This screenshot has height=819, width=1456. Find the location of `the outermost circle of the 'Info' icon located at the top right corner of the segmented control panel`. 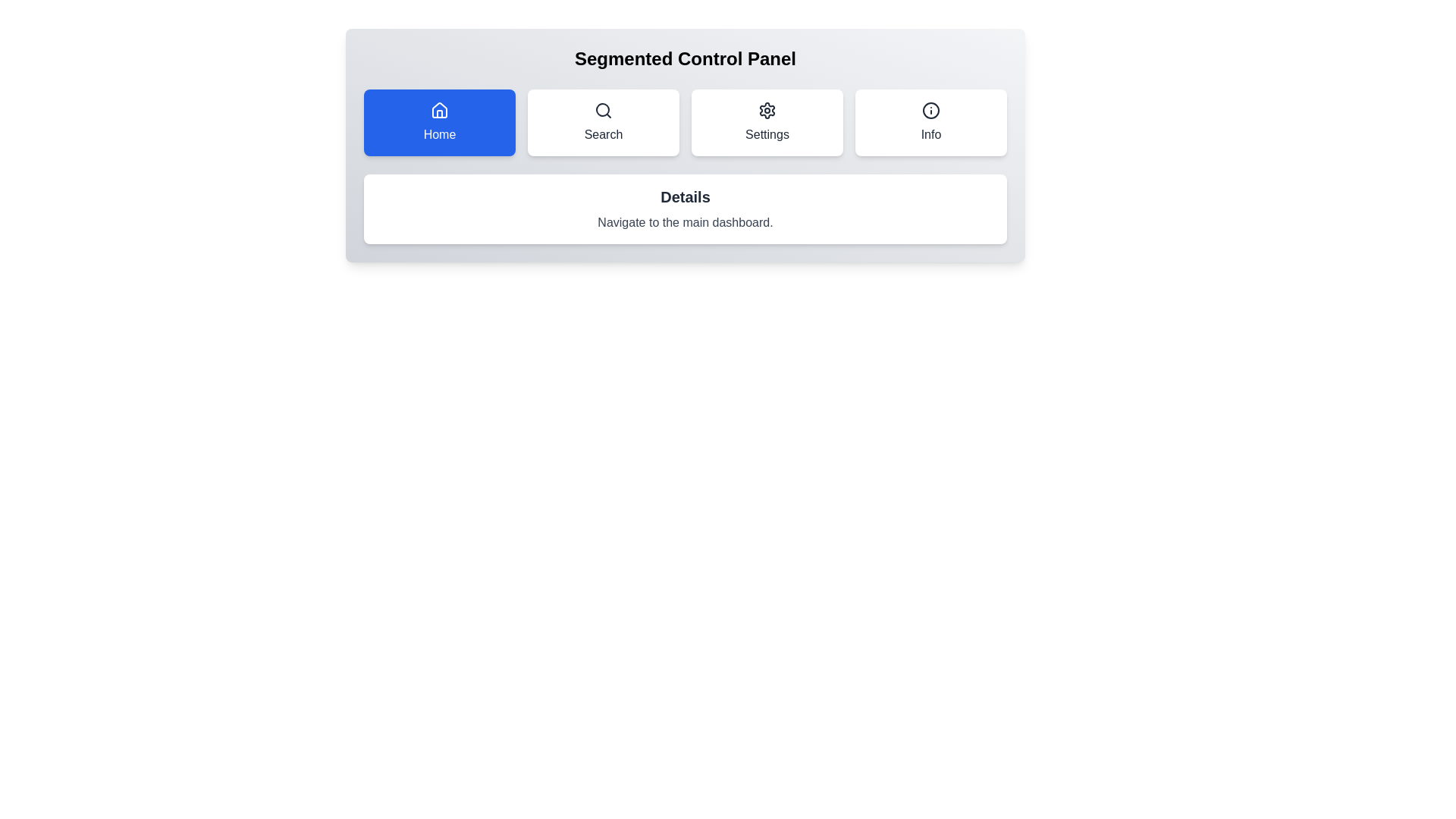

the outermost circle of the 'Info' icon located at the top right corner of the segmented control panel is located at coordinates (930, 110).